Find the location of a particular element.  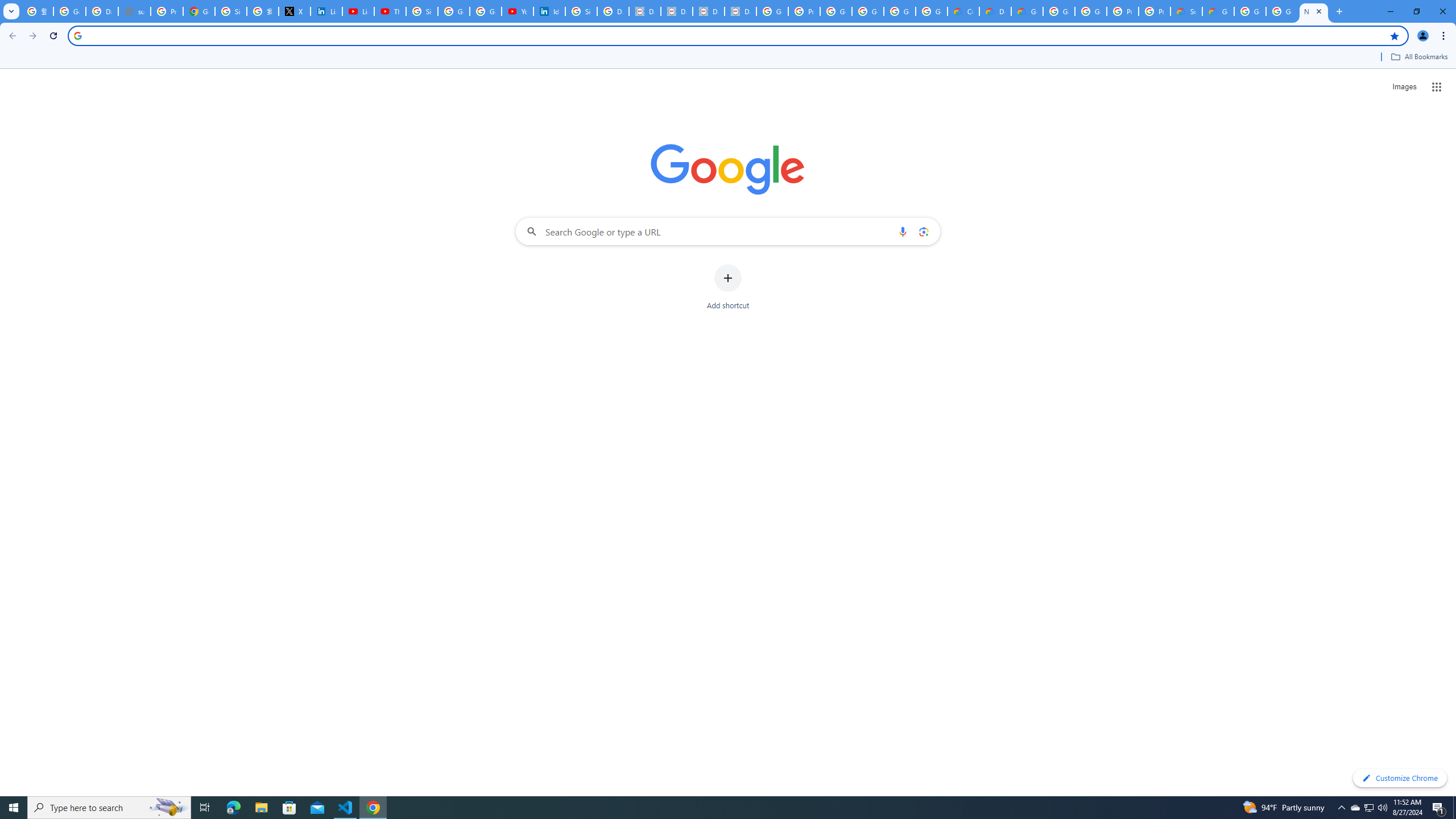

'Support Hub | Google Cloud' is located at coordinates (1185, 11).